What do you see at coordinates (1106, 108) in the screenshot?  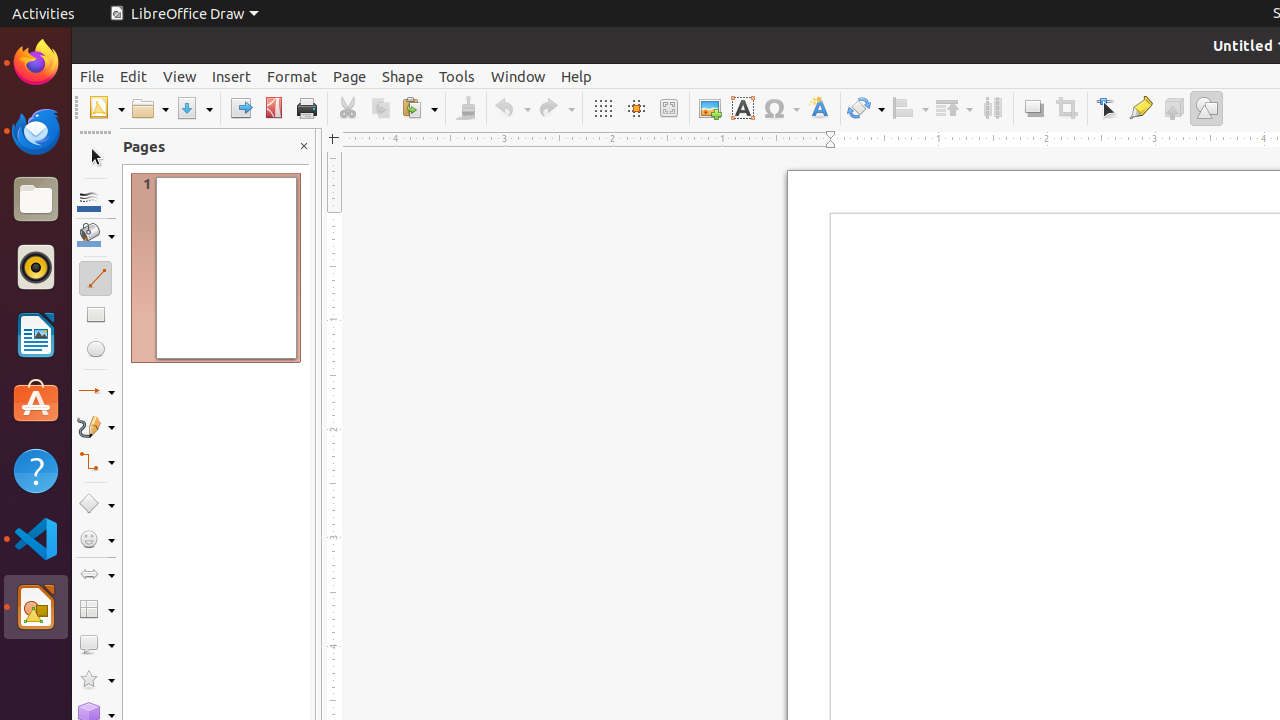 I see `'Edit Points'` at bounding box center [1106, 108].